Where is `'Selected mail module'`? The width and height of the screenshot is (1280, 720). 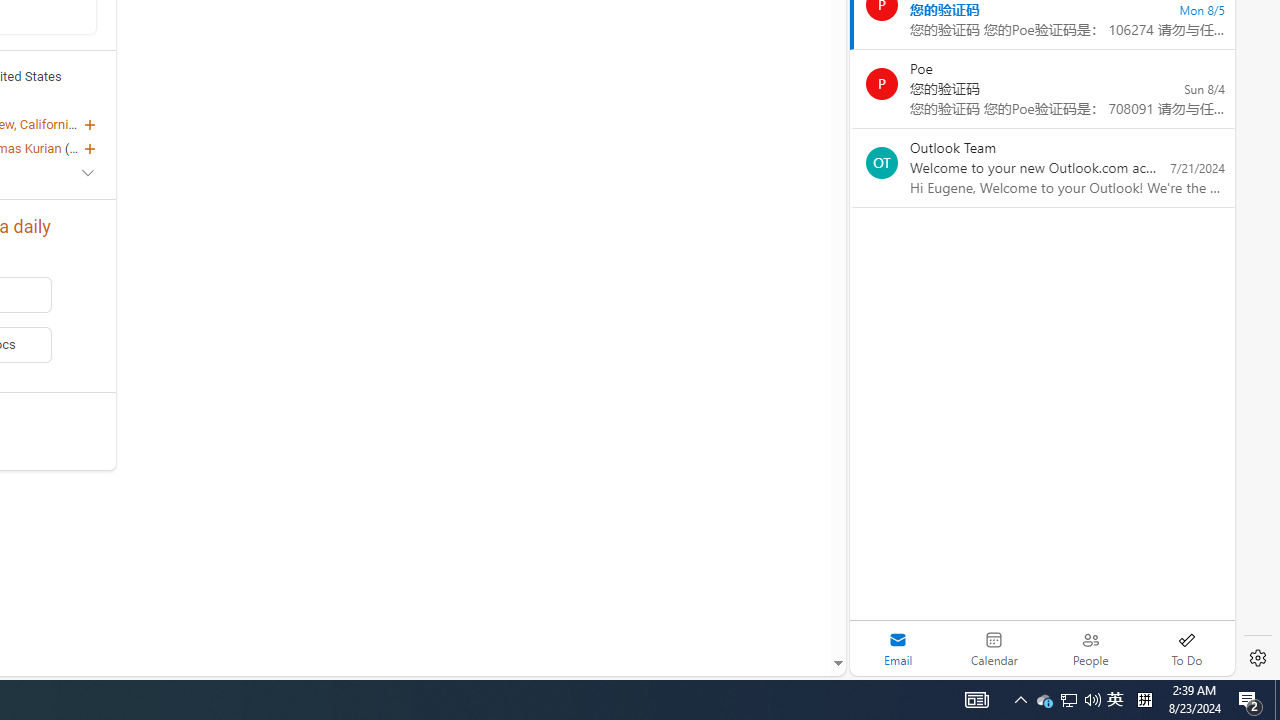
'Selected mail module' is located at coordinates (897, 648).